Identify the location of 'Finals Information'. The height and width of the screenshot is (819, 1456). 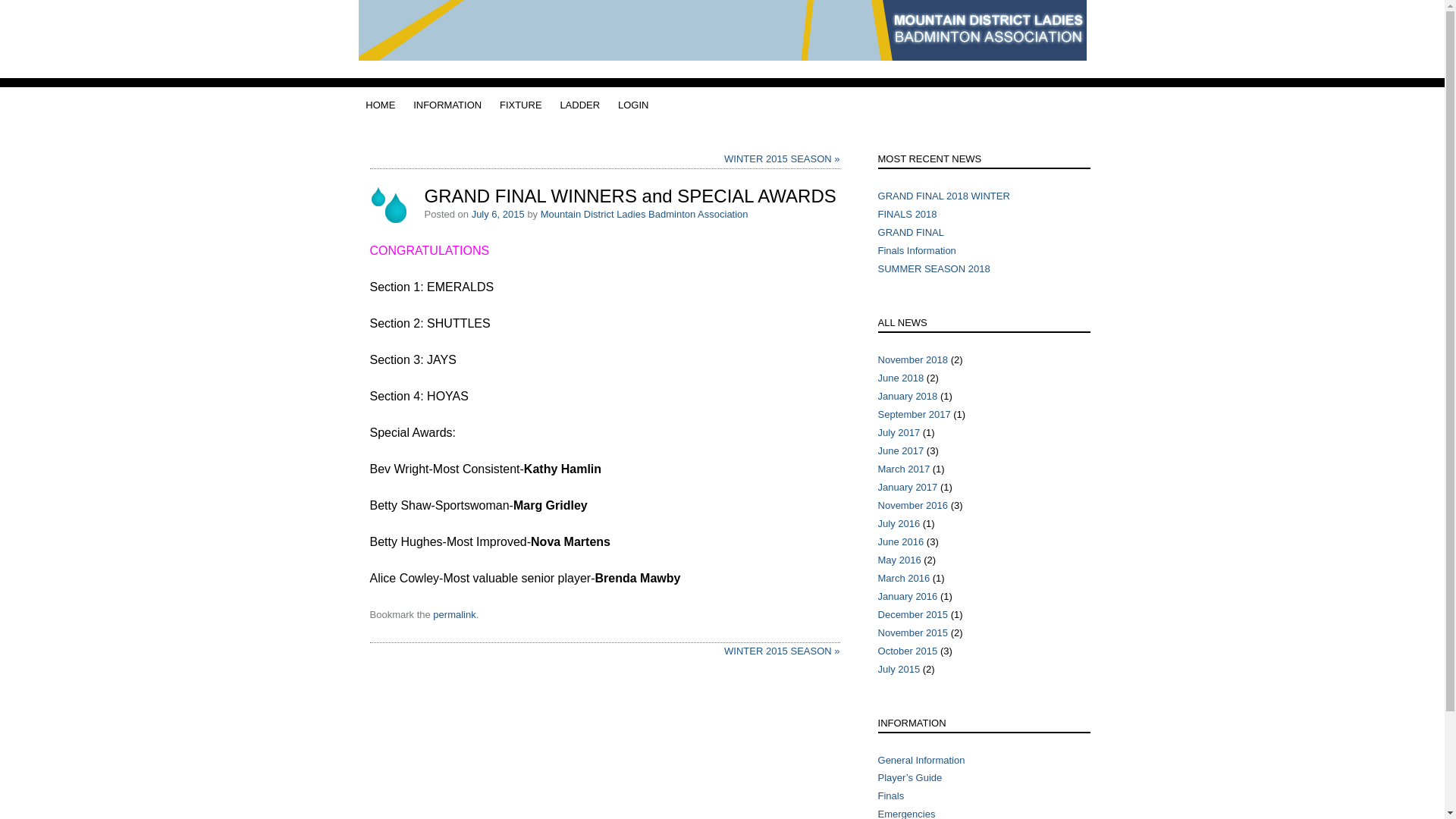
(877, 249).